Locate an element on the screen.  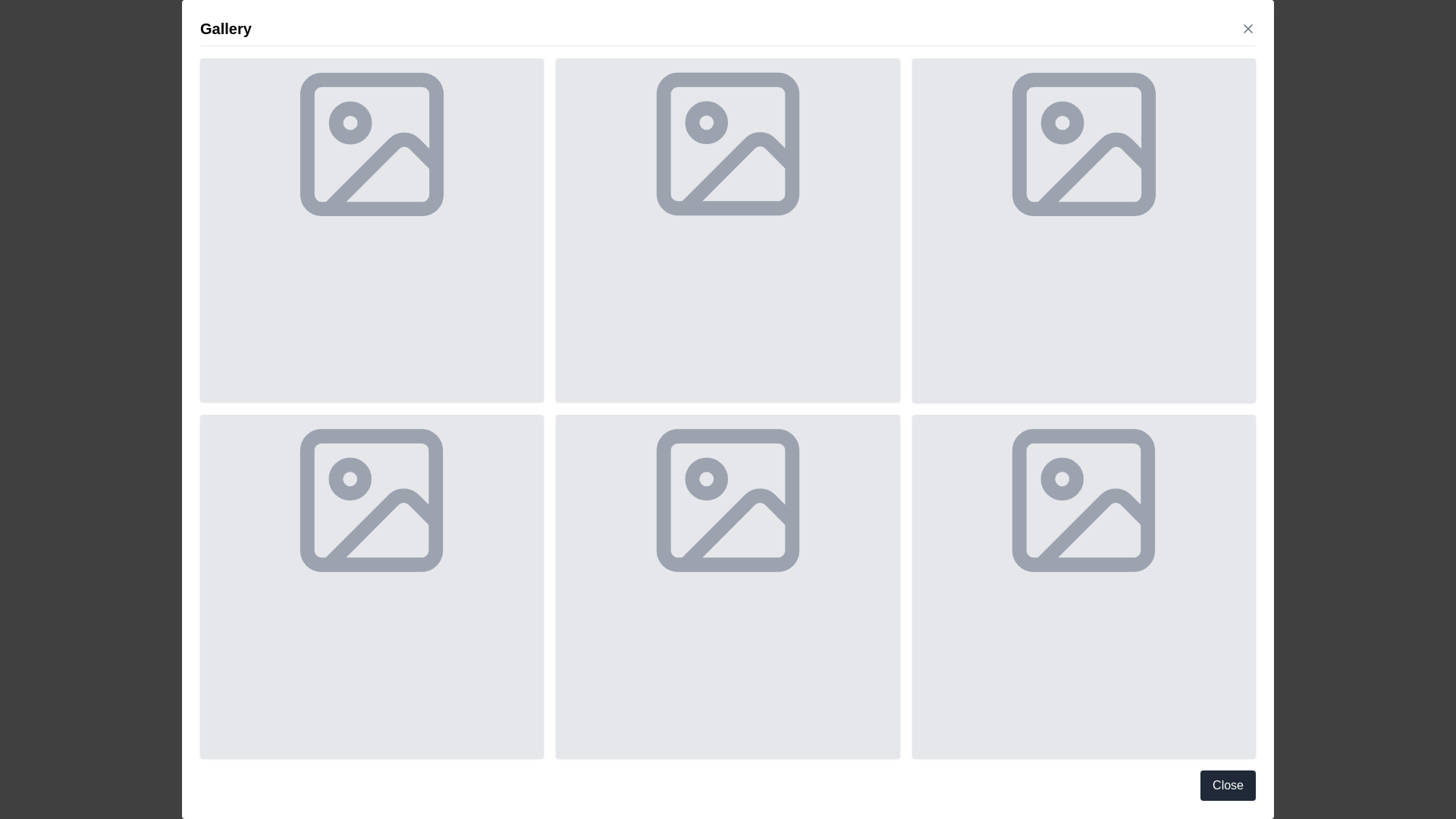
the graphical rectangular shape with rounded corners that serves as a decorative background for the image placeholder is located at coordinates (372, 500).